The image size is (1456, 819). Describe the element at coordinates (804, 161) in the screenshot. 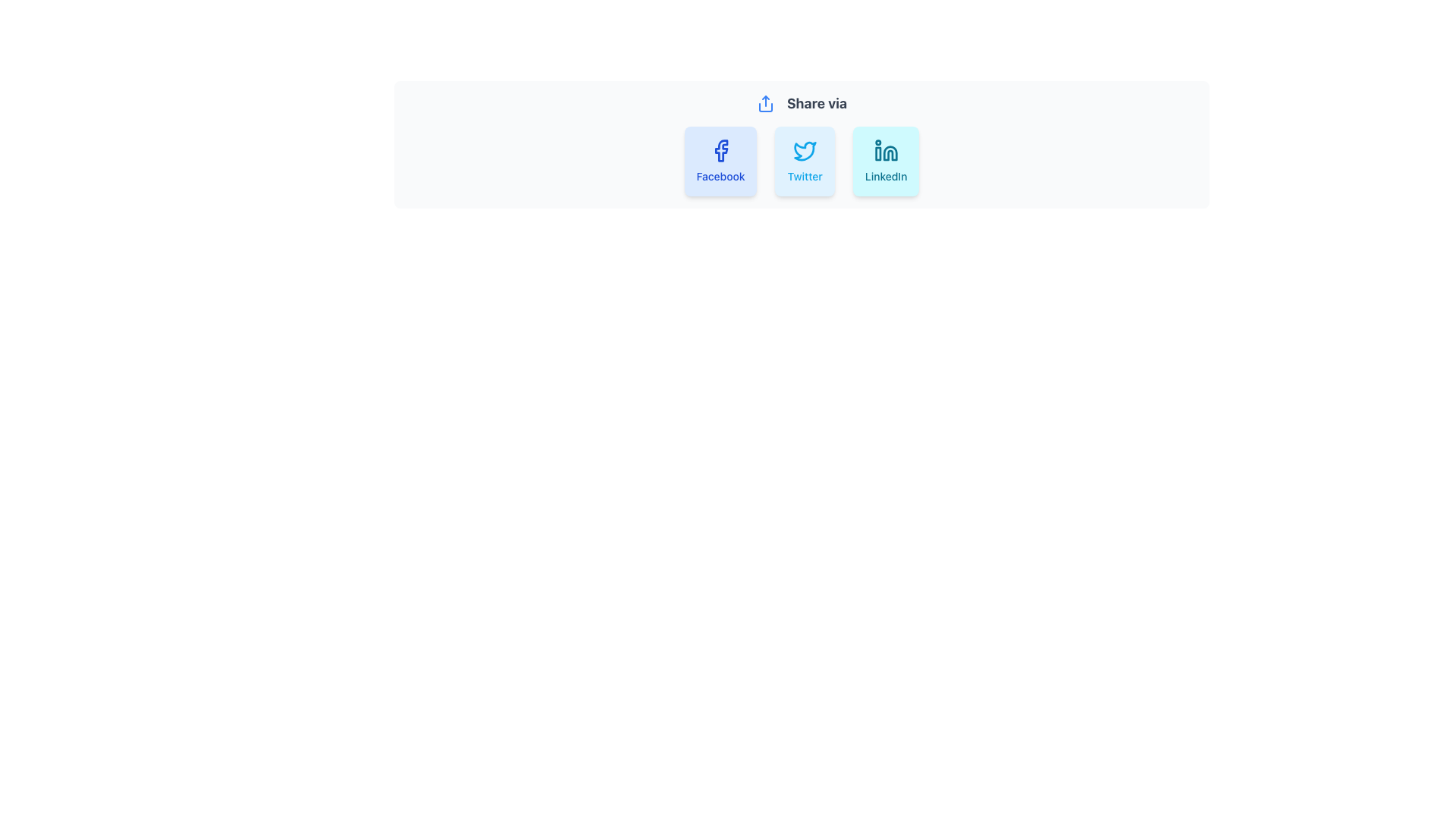

I see `the Twitter button, which has a light blue background and displays the Twitter logo and 'Twitter' label below it` at that location.